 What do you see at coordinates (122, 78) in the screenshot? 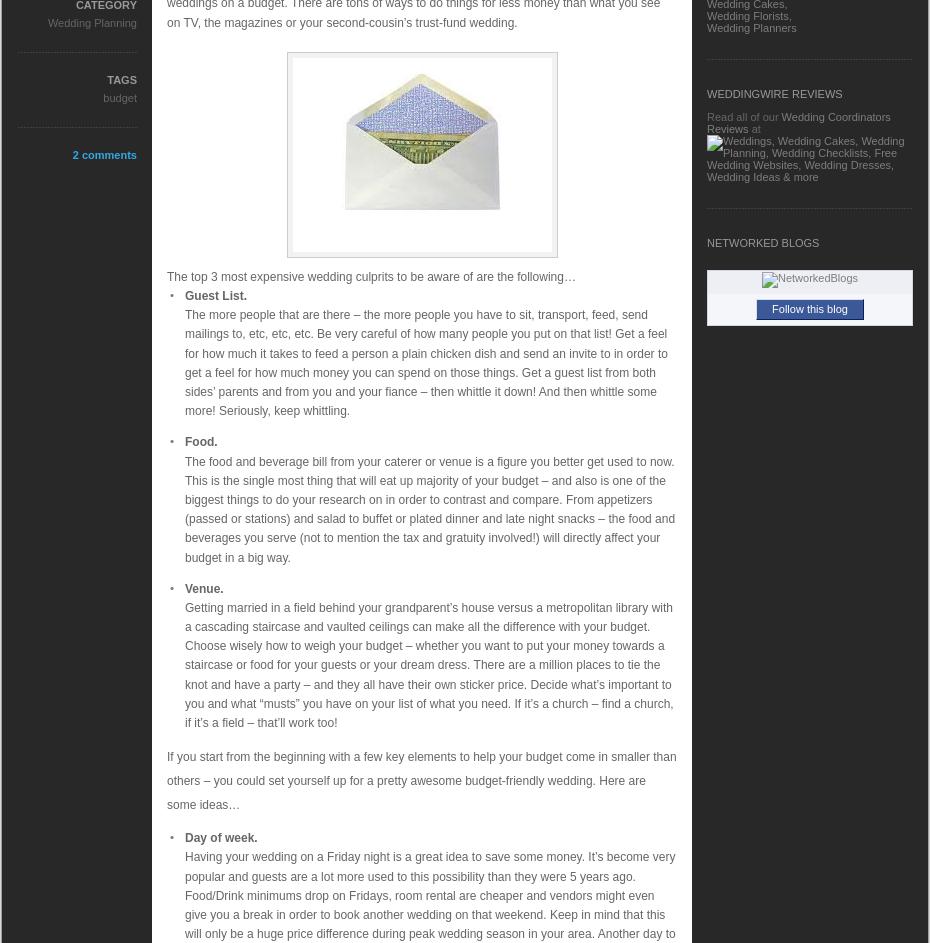
I see `'TAGS'` at bounding box center [122, 78].